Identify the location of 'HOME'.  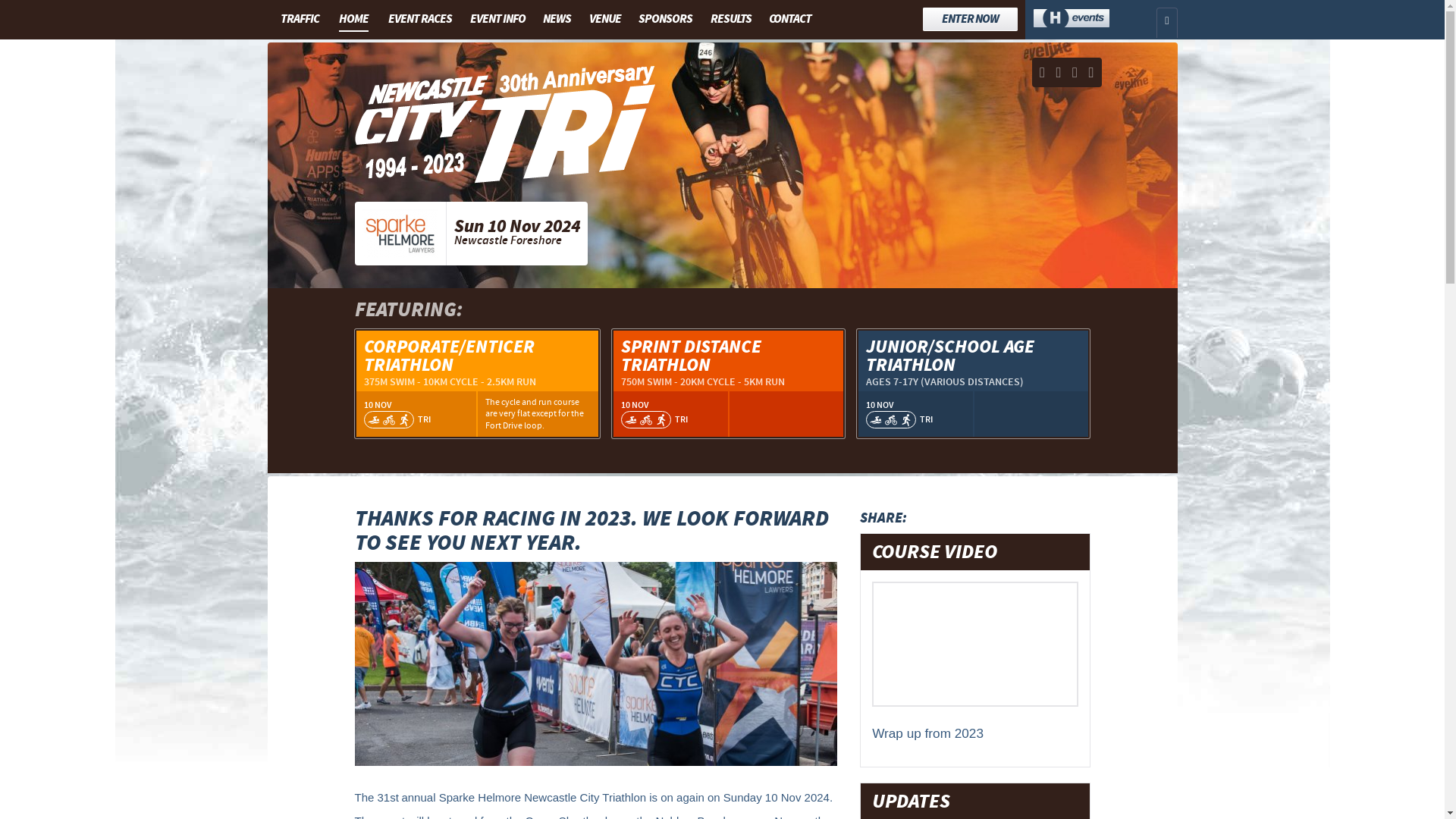
(353, 20).